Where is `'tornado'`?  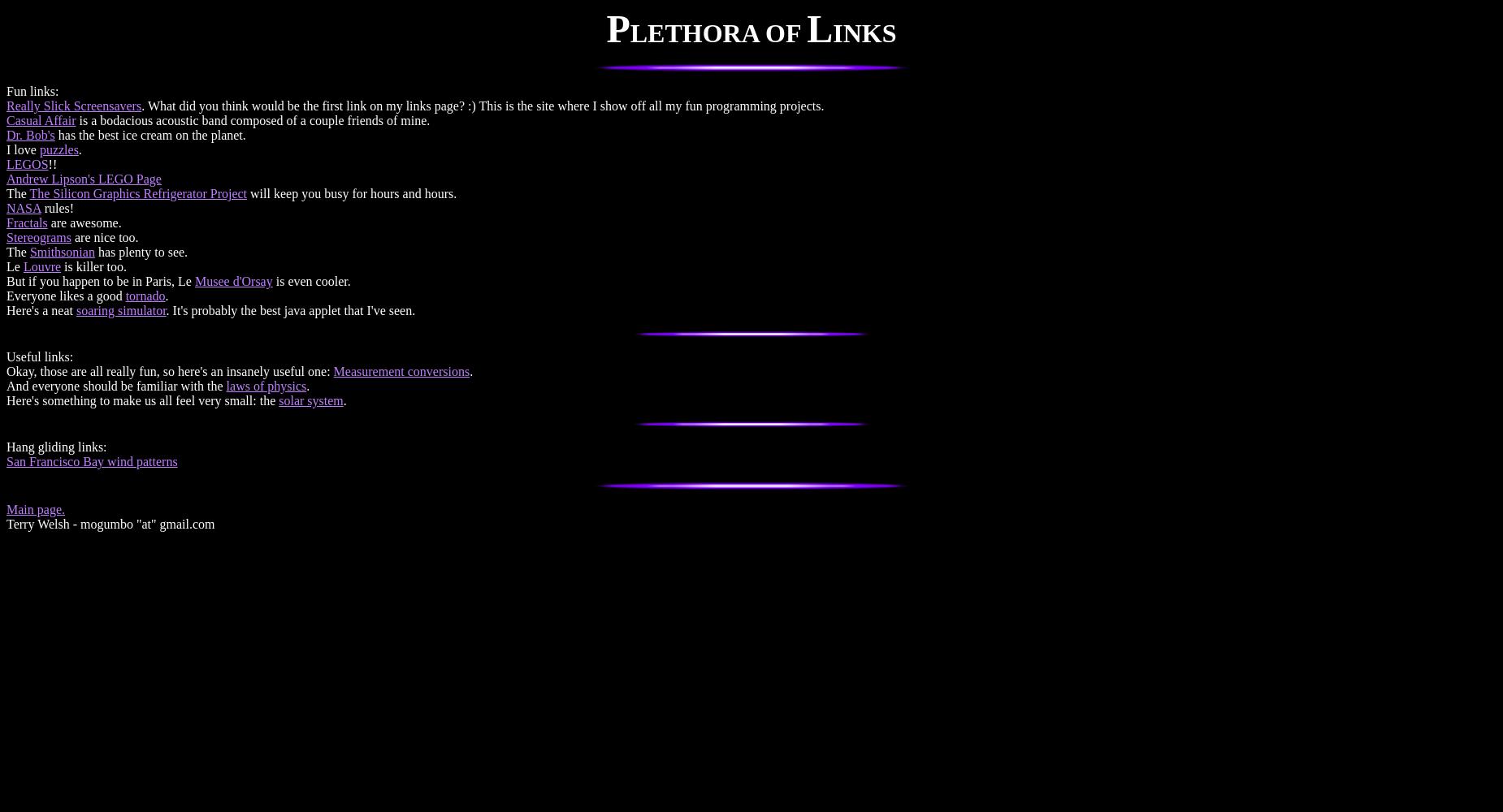
'tornado' is located at coordinates (144, 295).